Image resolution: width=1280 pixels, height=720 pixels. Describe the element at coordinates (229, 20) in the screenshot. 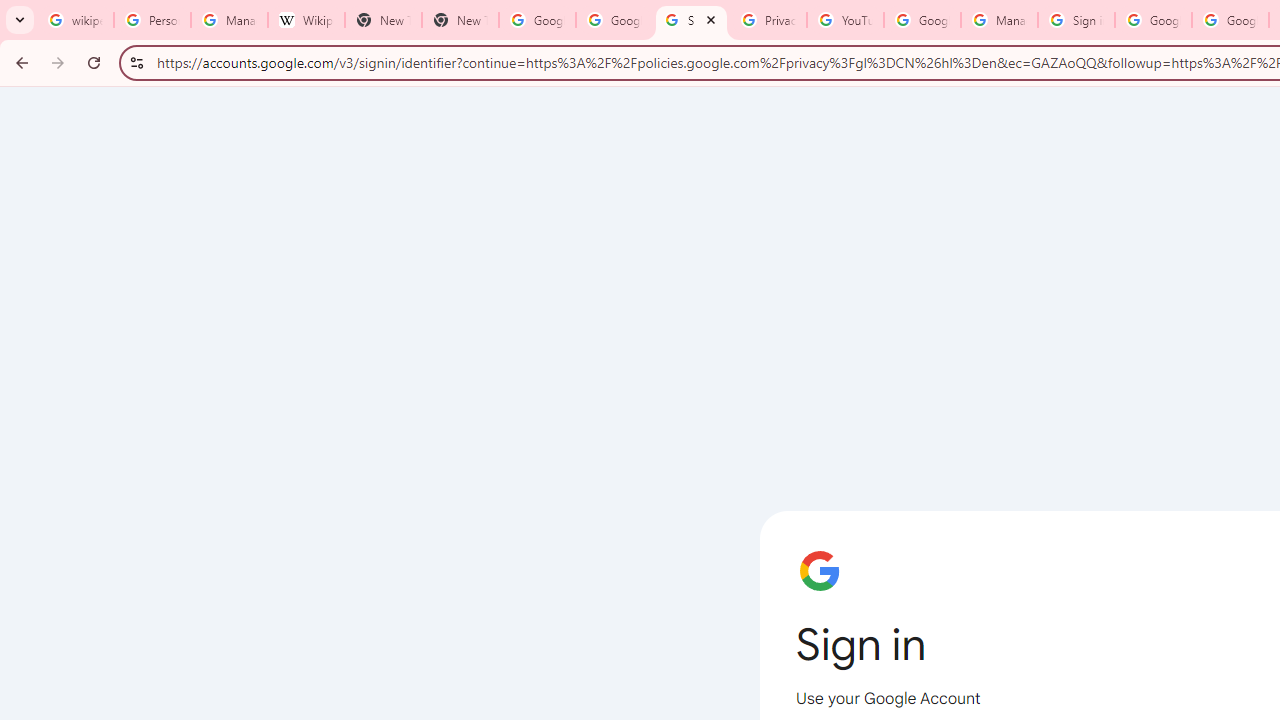

I see `'Manage your Location History - Google Search Help'` at that location.